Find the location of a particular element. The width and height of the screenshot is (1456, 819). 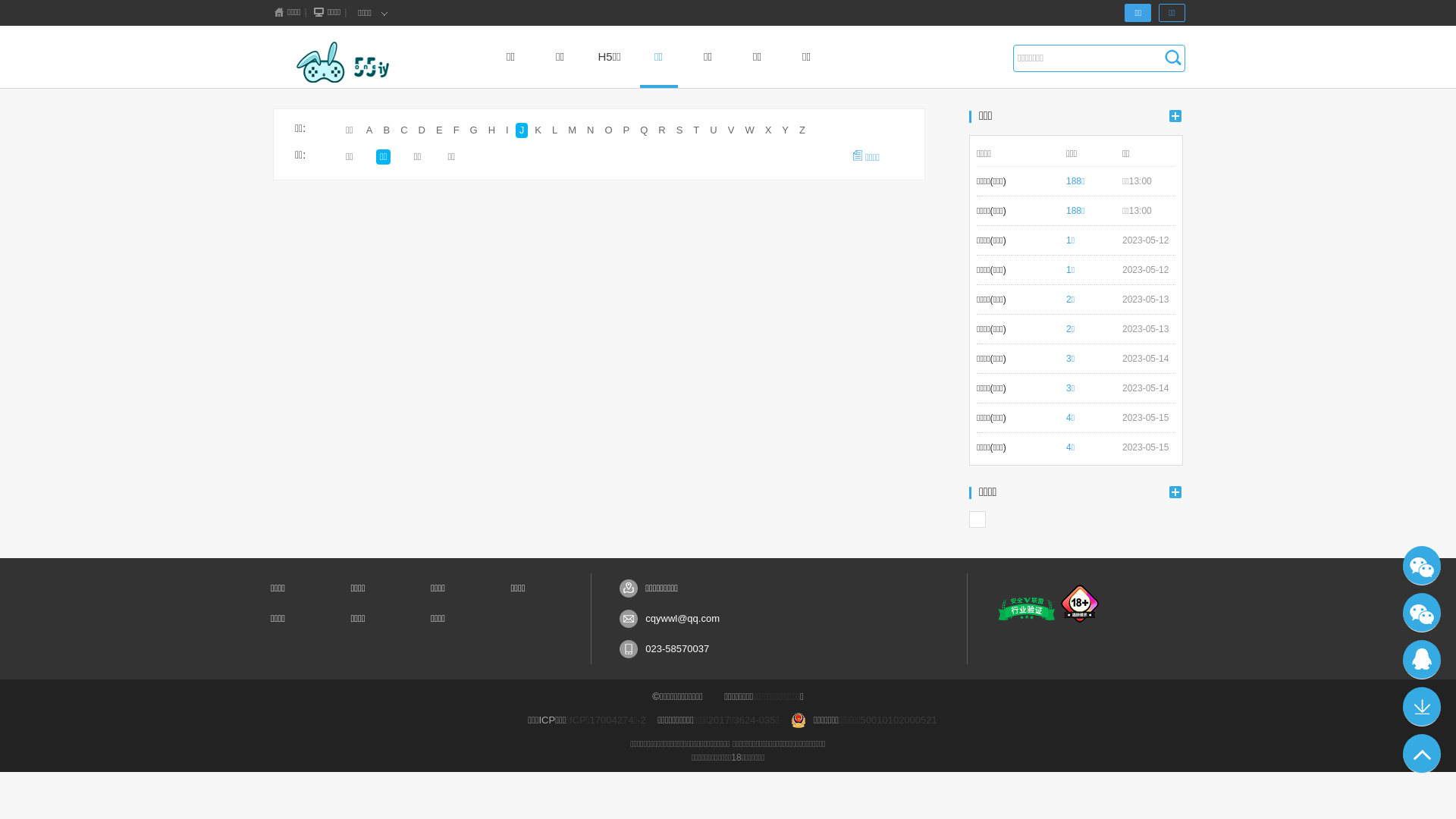

'X' is located at coordinates (768, 130).